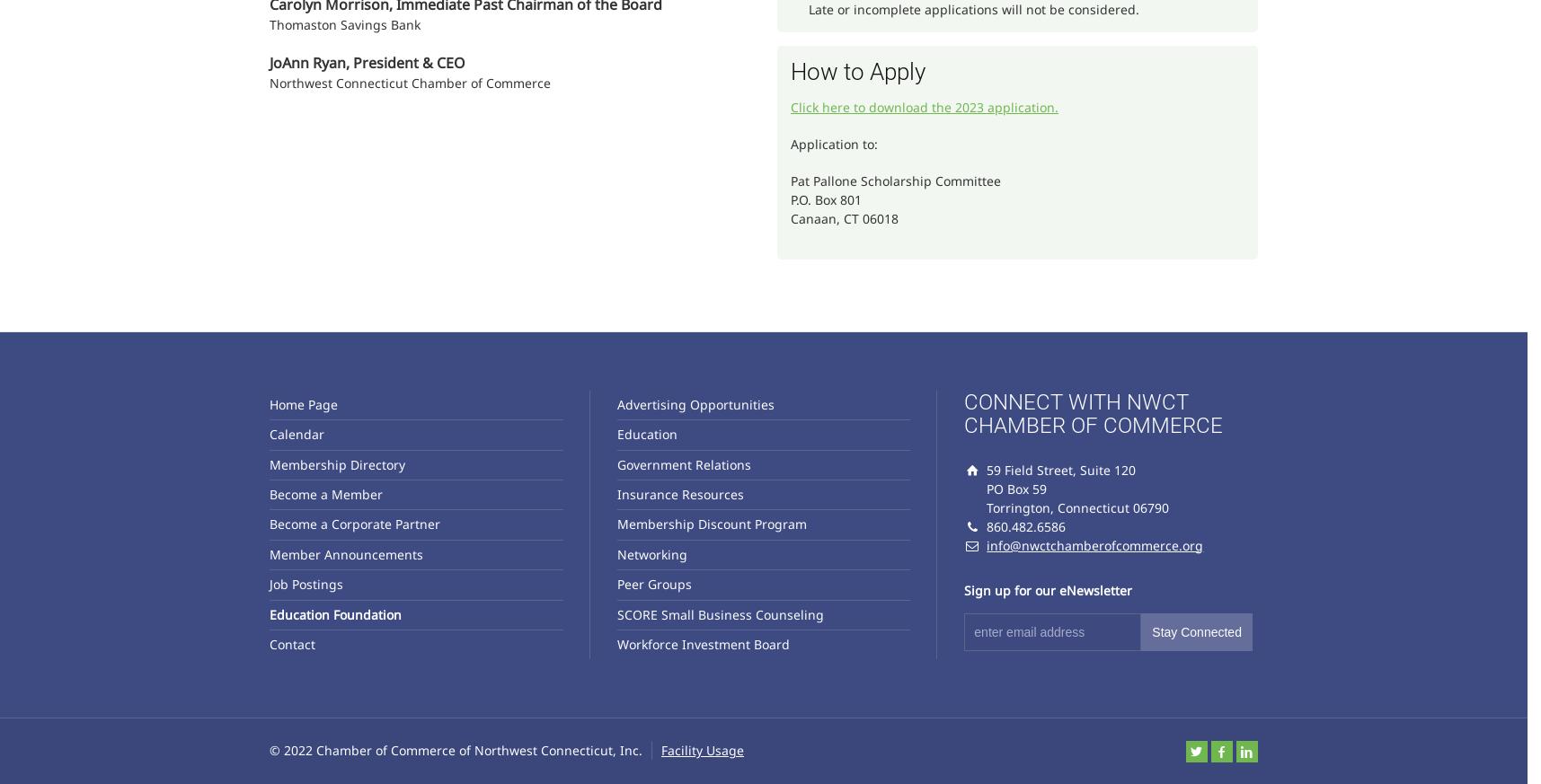 Image resolution: width=1541 pixels, height=784 pixels. What do you see at coordinates (646, 434) in the screenshot?
I see `'Education'` at bounding box center [646, 434].